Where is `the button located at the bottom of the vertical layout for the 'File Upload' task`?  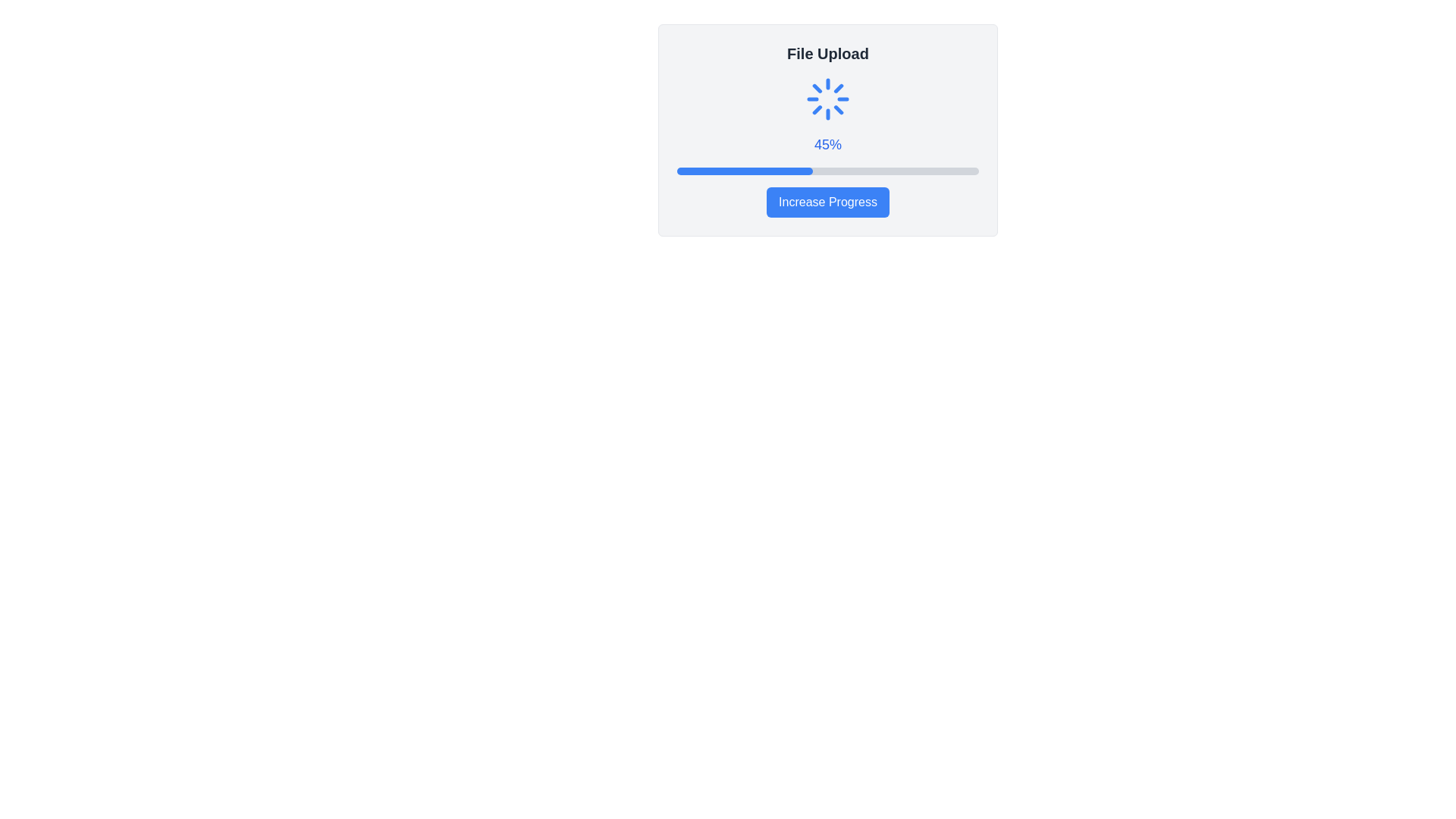
the button located at the bottom of the vertical layout for the 'File Upload' task is located at coordinates (827, 201).